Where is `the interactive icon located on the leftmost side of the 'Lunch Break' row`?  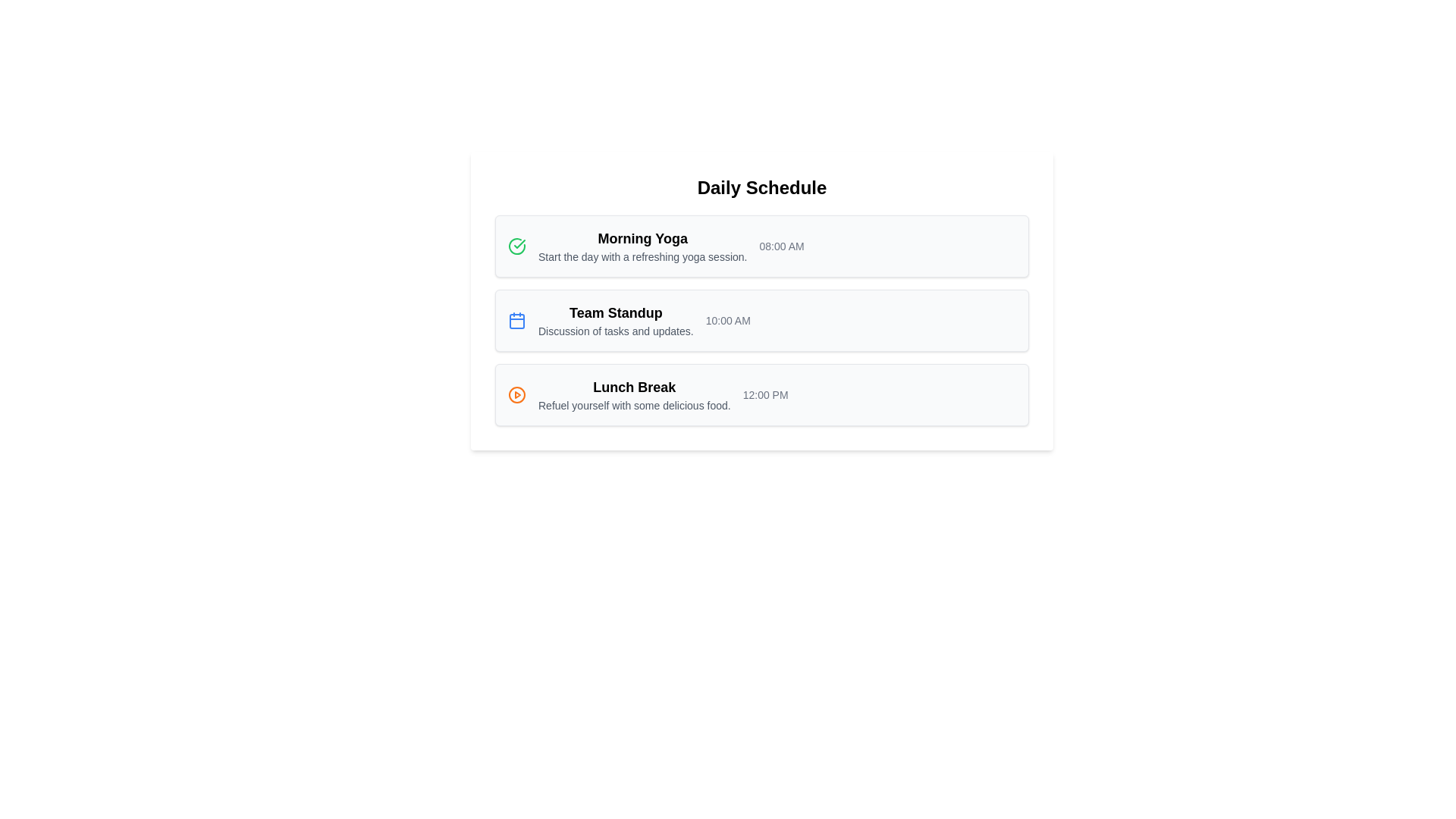 the interactive icon located on the leftmost side of the 'Lunch Break' row is located at coordinates (516, 394).